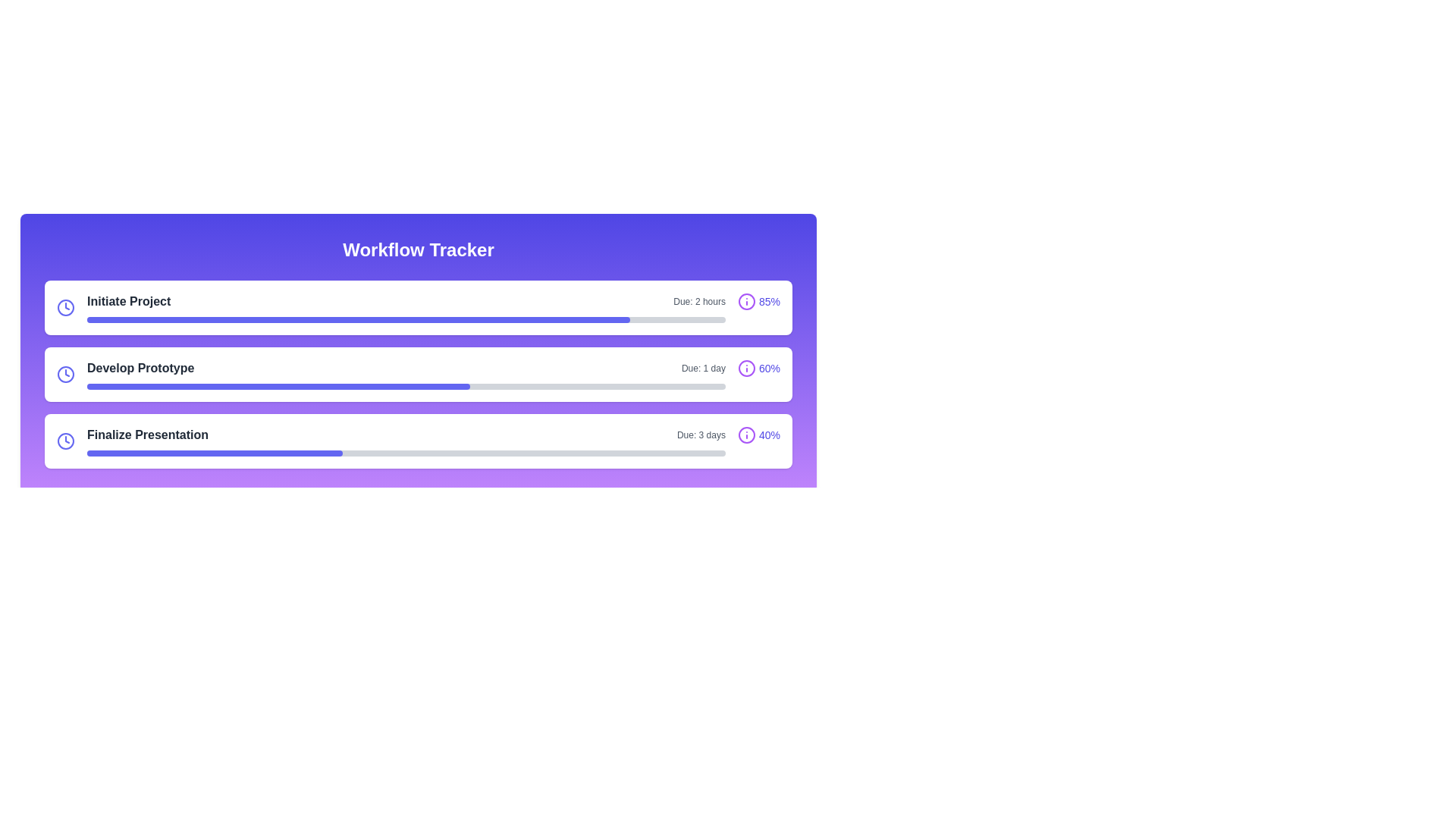  Describe the element at coordinates (129, 301) in the screenshot. I see `the bold text label 'Initiate Project' which is prominently displayed in dark gray color within the first card of a vertical stack of project names` at that location.